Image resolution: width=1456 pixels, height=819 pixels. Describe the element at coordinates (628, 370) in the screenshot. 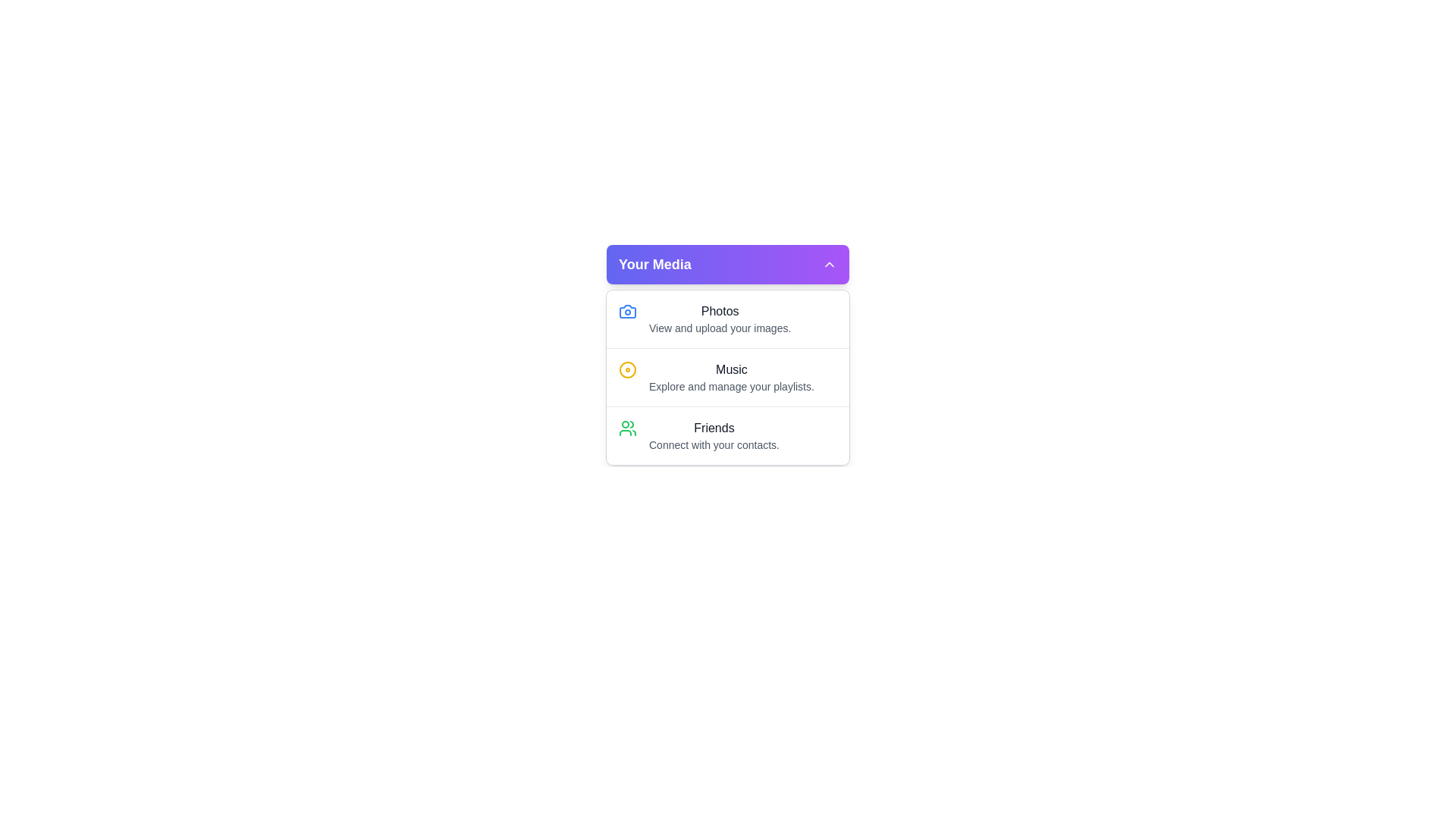

I see `the circular SVG graphical element with a yellow border that is part of the icon set next to the 'Music' section in the vertically stacked options menu` at that location.